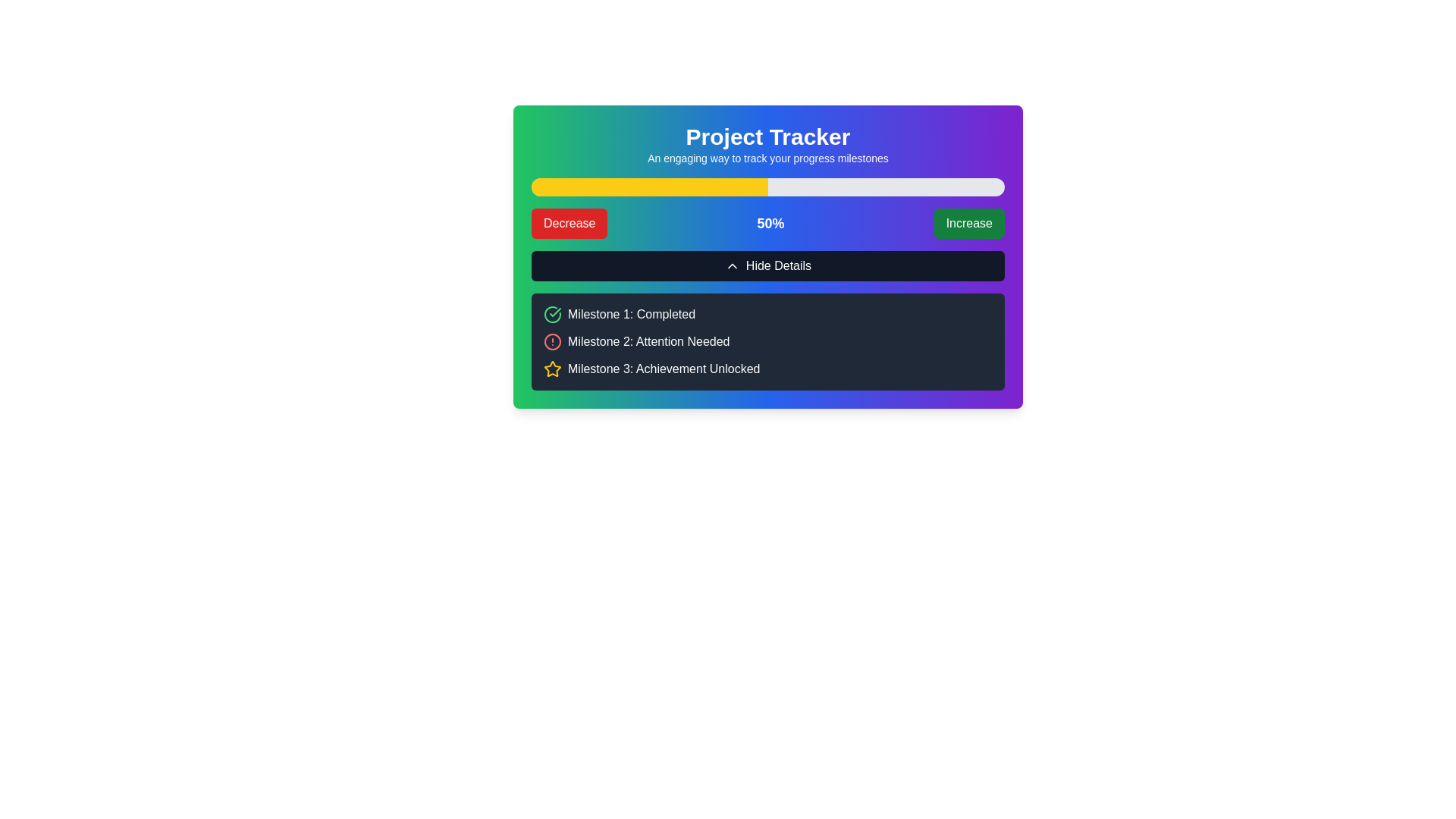 The image size is (1456, 819). What do you see at coordinates (767, 342) in the screenshot?
I see `the milestone list located in the lower half of the central content area` at bounding box center [767, 342].